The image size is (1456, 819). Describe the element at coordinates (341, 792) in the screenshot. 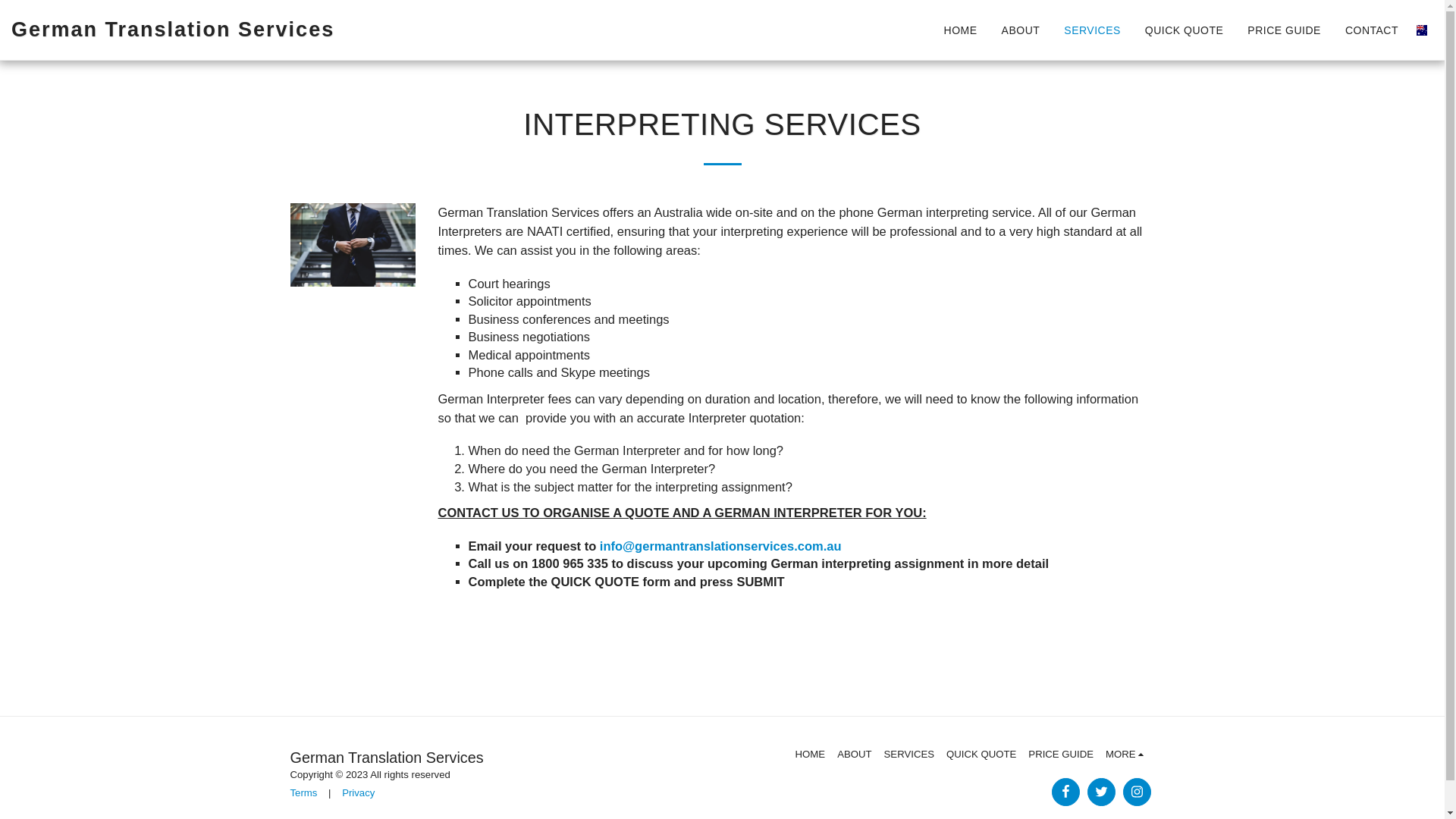

I see `'Privacy'` at that location.